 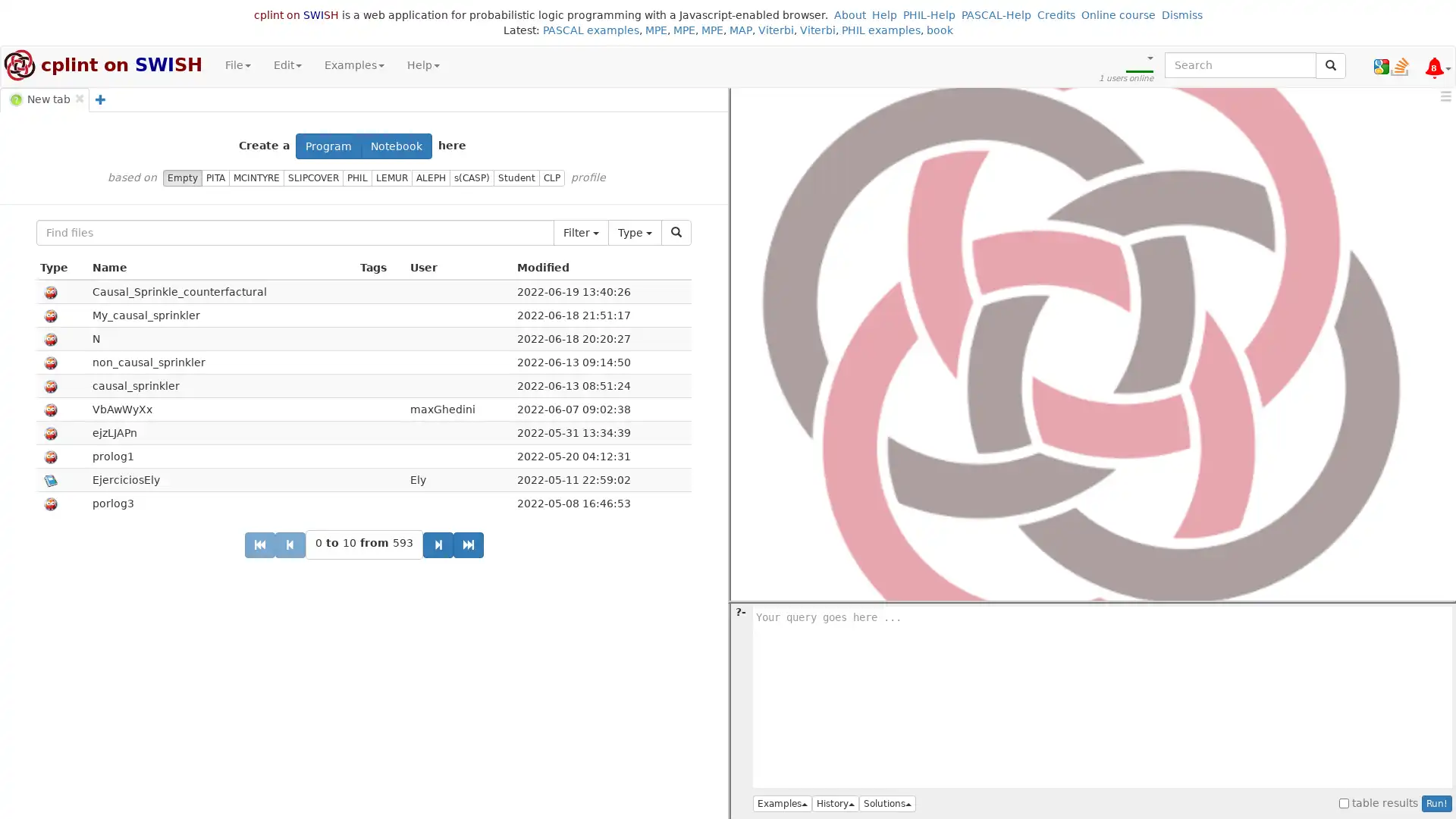 What do you see at coordinates (887, 803) in the screenshot?
I see `Solutions` at bounding box center [887, 803].